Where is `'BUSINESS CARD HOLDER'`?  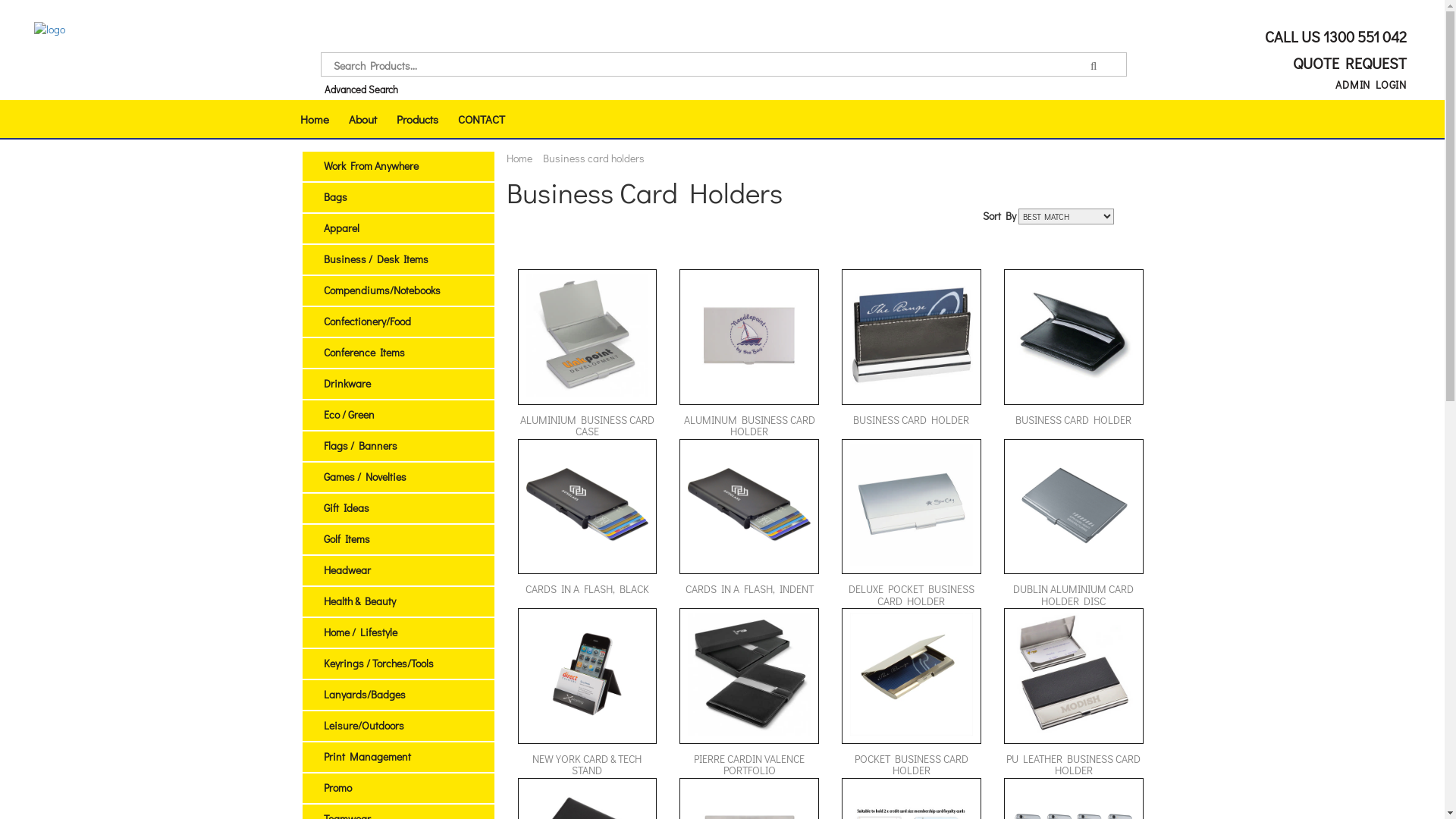 'BUSINESS CARD HOLDER' is located at coordinates (840, 353).